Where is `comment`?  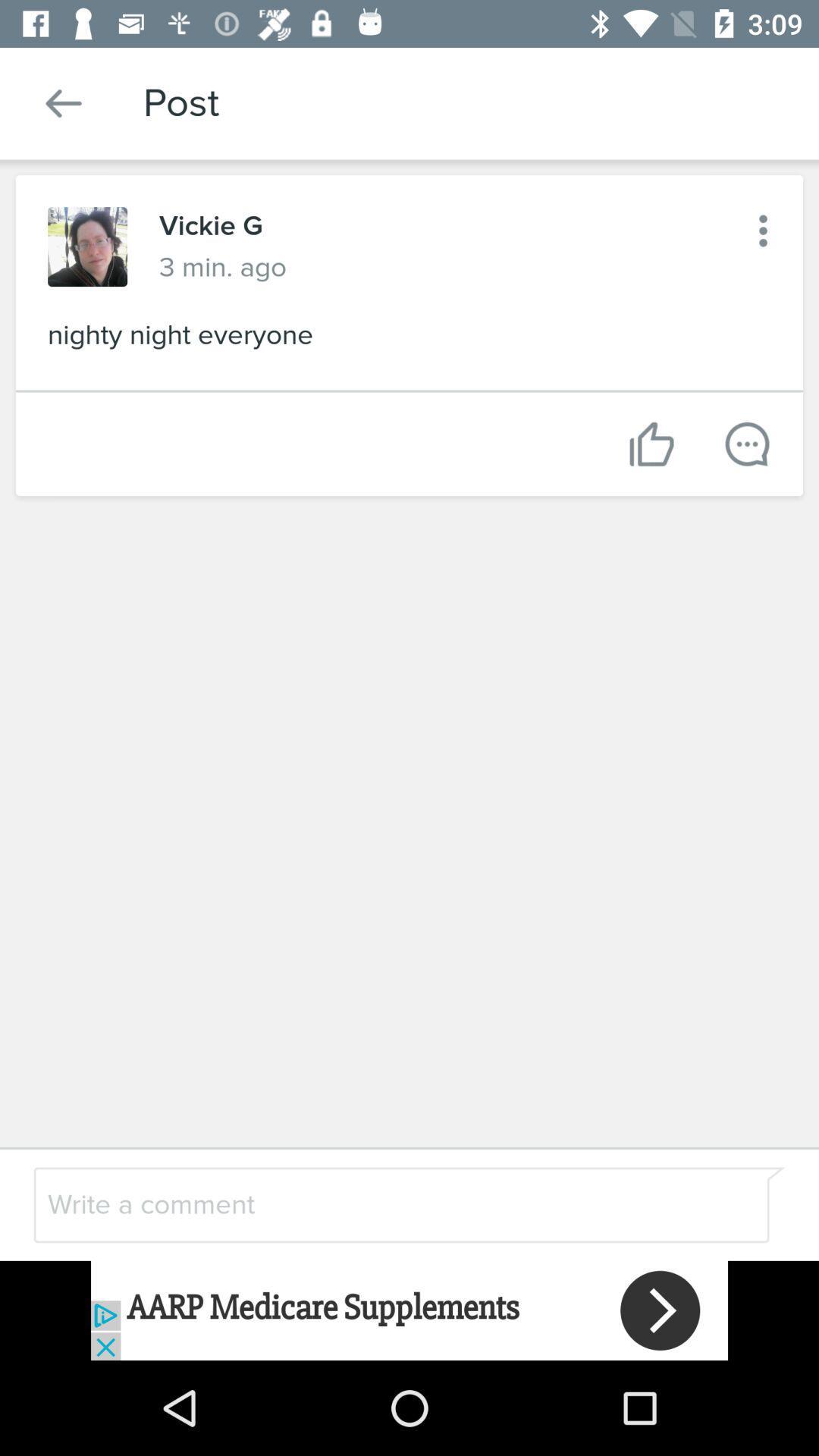 comment is located at coordinates (369, 1203).